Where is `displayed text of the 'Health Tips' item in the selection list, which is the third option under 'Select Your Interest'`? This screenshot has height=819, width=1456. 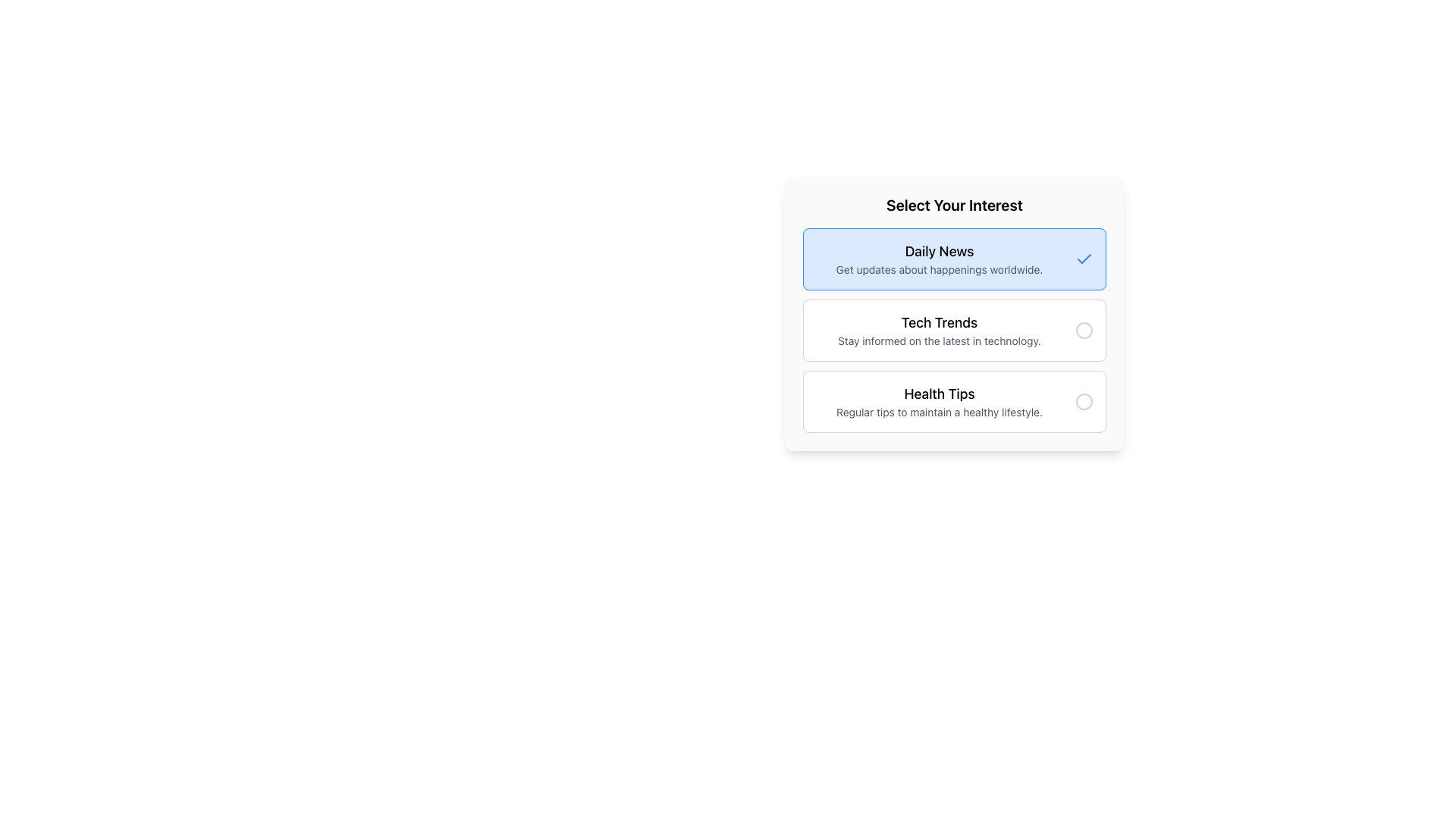
displayed text of the 'Health Tips' item in the selection list, which is the third option under 'Select Your Interest' is located at coordinates (938, 400).